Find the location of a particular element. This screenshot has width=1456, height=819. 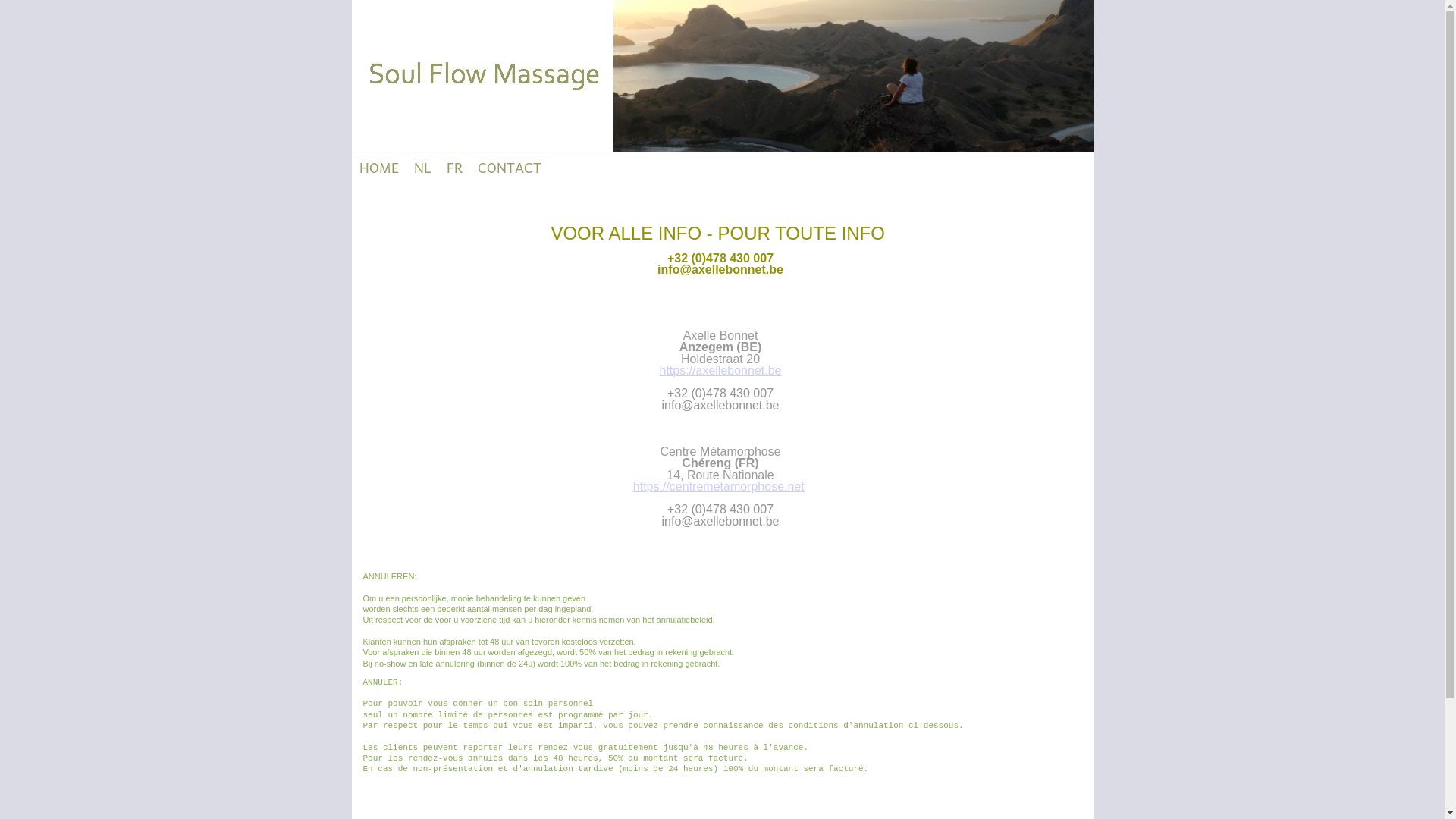

'FR' is located at coordinates (453, 167).